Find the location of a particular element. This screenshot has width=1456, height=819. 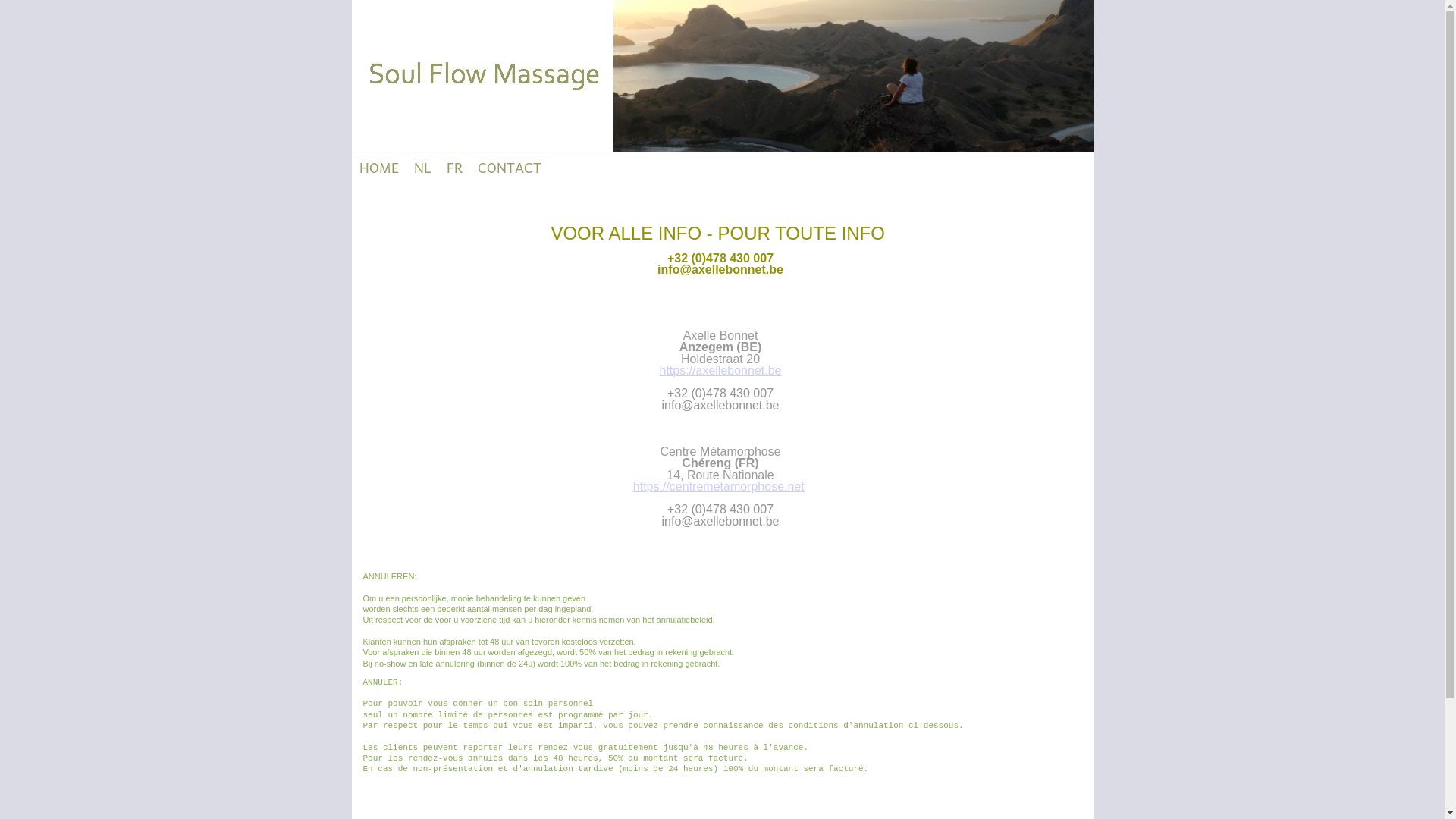

'FR' is located at coordinates (453, 167).